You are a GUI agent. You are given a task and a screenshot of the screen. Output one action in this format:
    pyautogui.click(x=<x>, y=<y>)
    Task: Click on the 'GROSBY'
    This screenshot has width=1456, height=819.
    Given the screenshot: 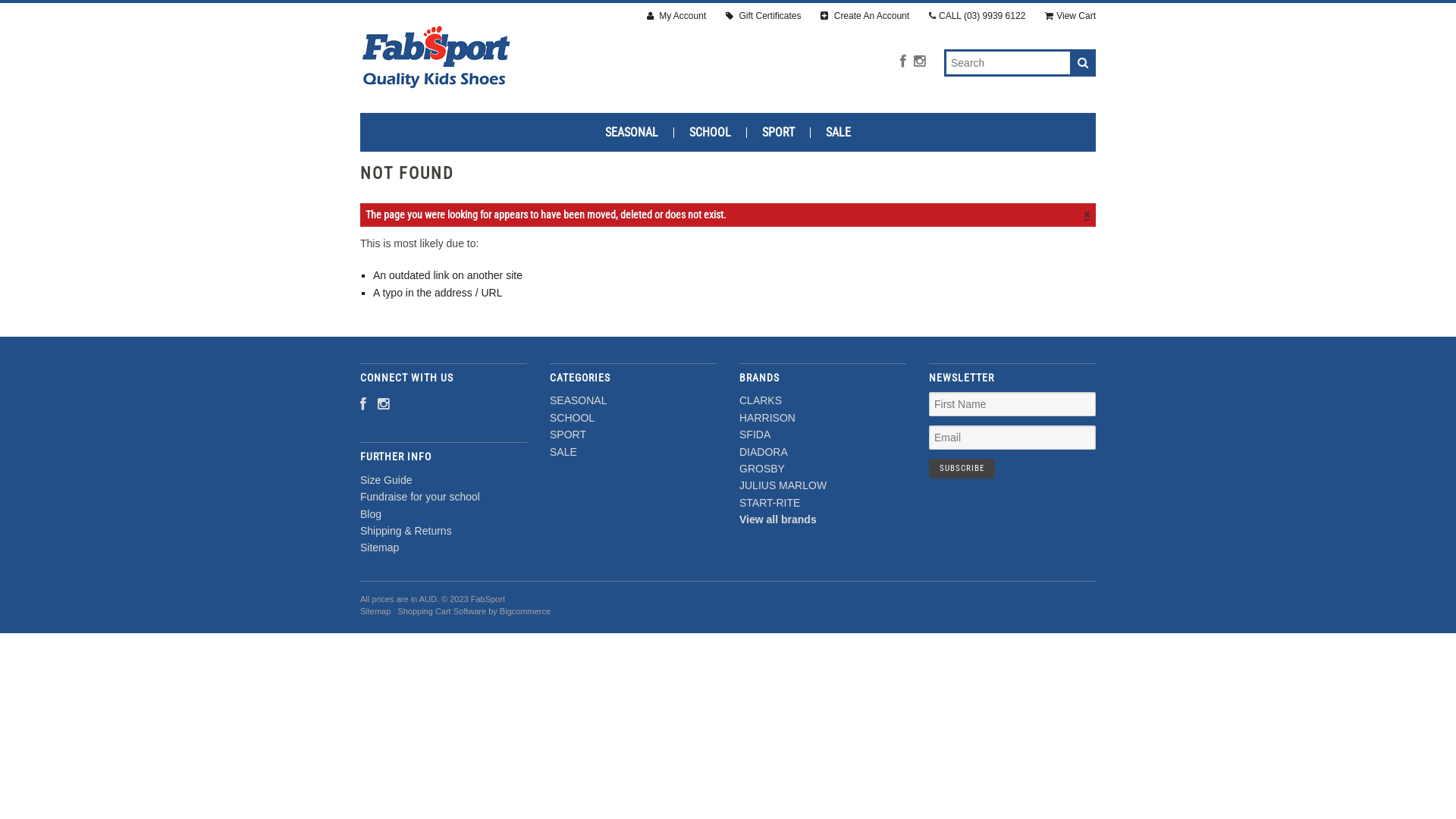 What is the action you would take?
    pyautogui.click(x=761, y=467)
    